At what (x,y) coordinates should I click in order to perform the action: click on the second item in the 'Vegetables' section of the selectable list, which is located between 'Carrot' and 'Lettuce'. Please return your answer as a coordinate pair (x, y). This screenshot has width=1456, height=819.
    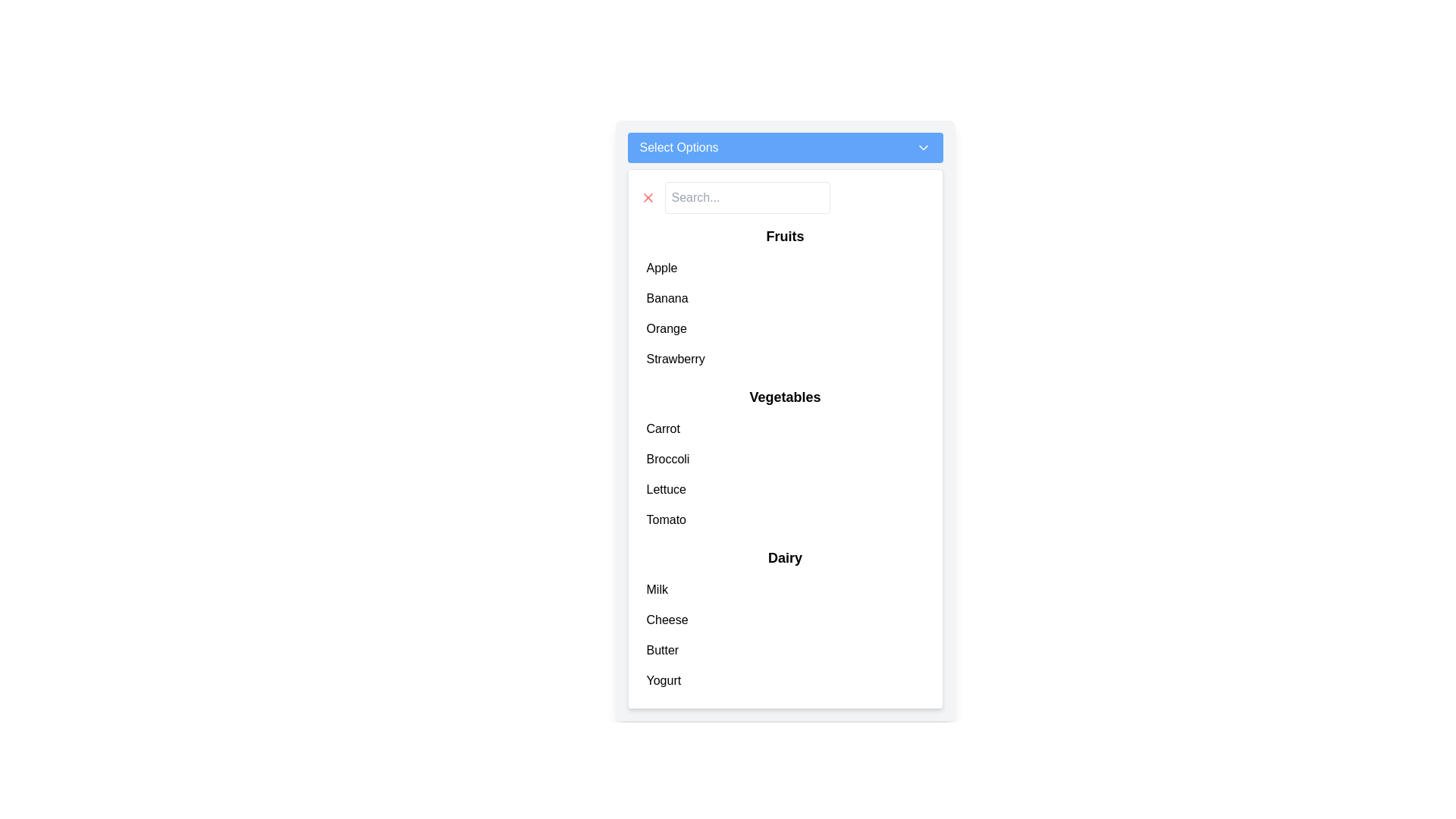
    Looking at the image, I should click on (667, 458).